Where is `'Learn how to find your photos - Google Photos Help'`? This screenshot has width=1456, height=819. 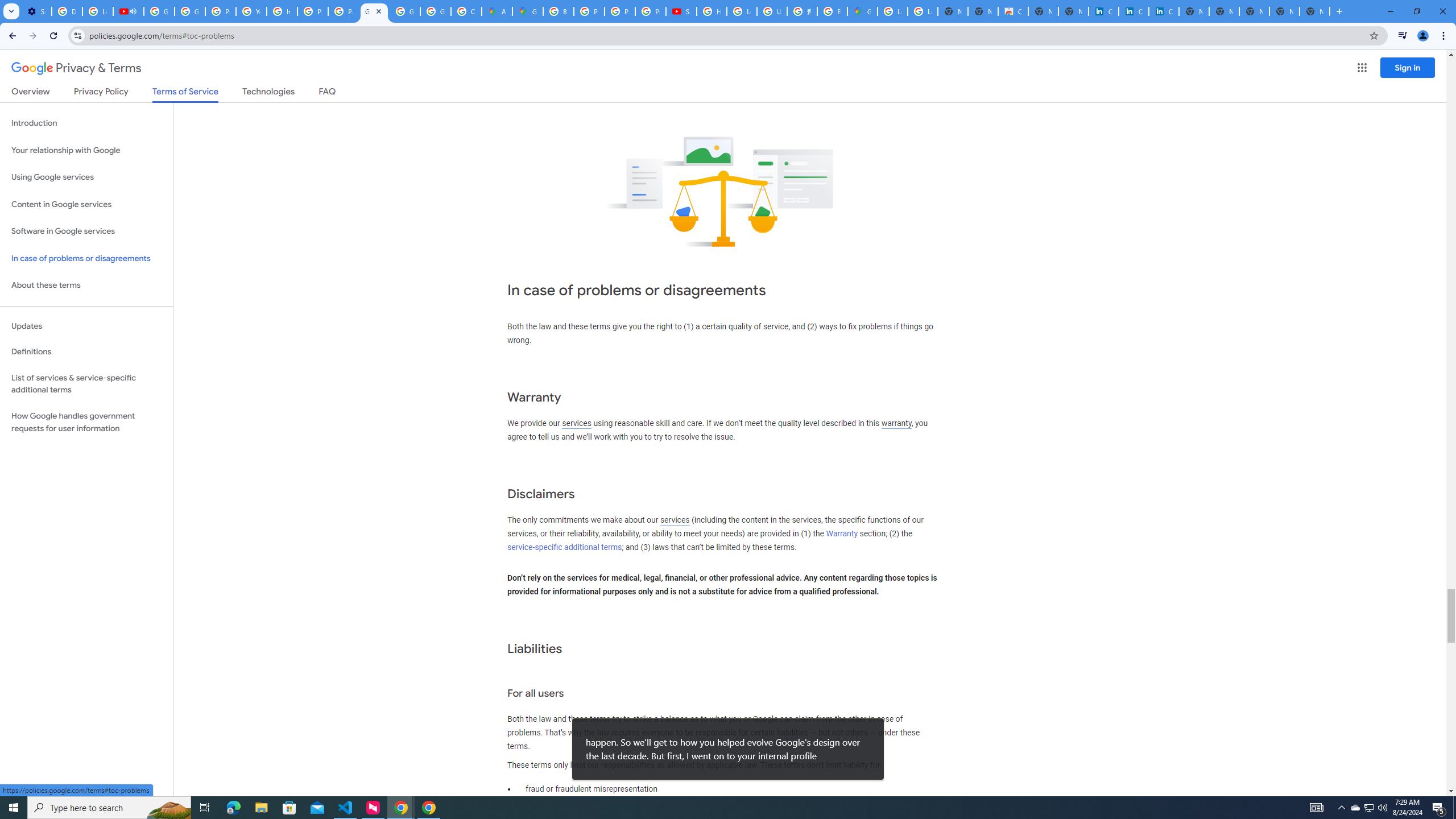
'Learn how to find your photos - Google Photos Help' is located at coordinates (97, 11).